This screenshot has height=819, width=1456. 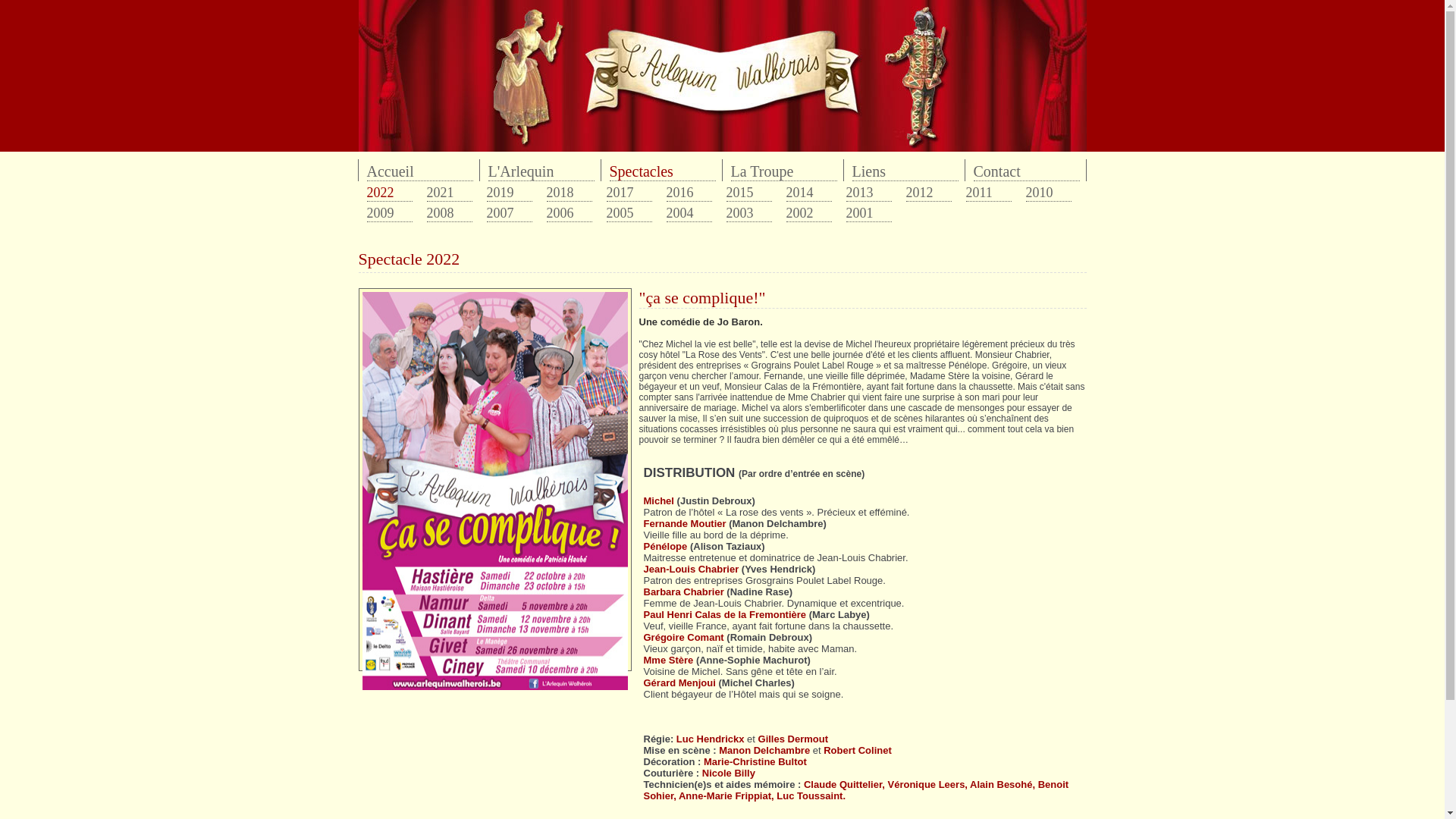 I want to click on '2019', so click(x=510, y=192).